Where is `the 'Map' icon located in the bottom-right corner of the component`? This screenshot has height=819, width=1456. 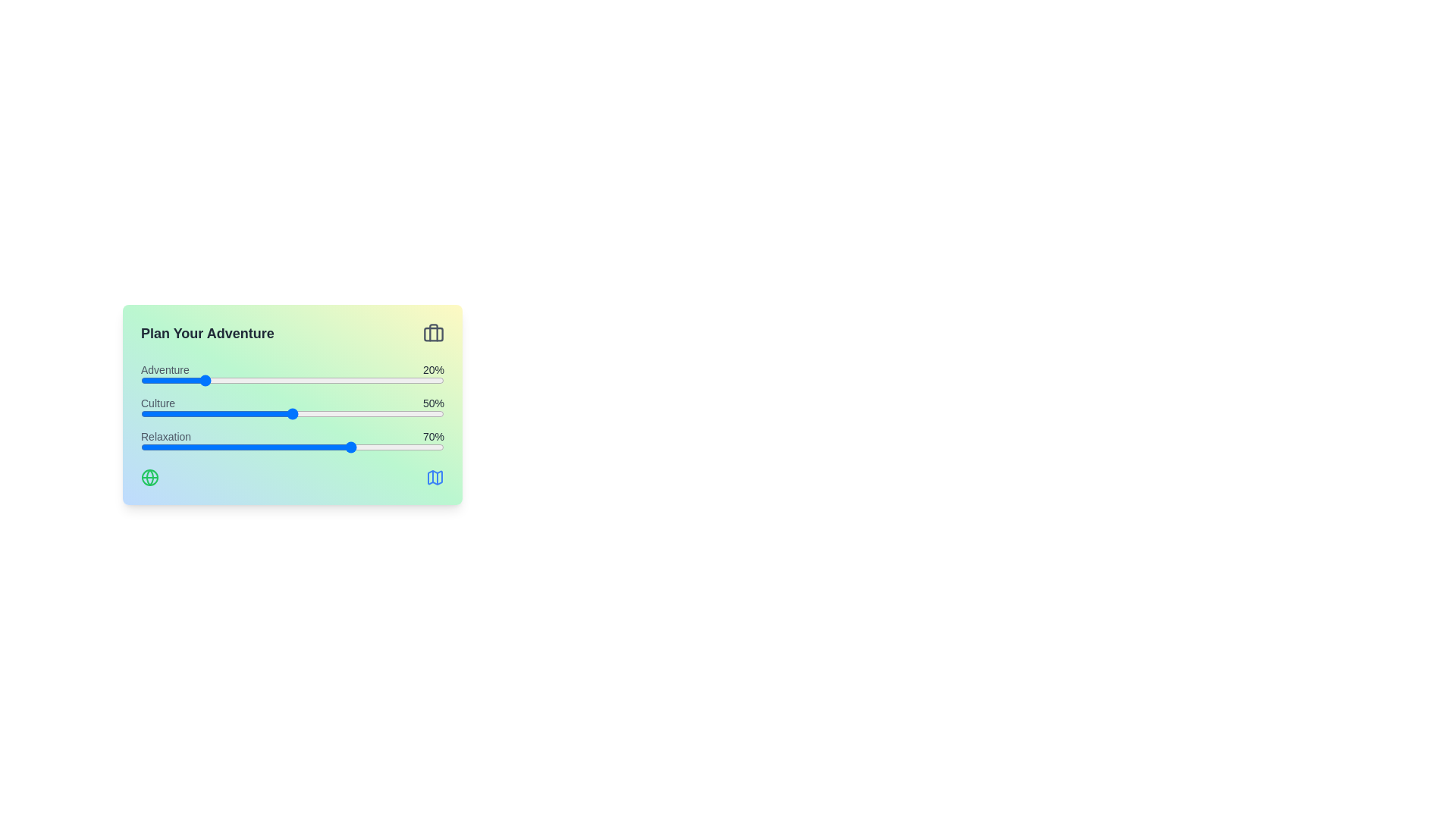 the 'Map' icon located in the bottom-right corner of the component is located at coordinates (435, 476).